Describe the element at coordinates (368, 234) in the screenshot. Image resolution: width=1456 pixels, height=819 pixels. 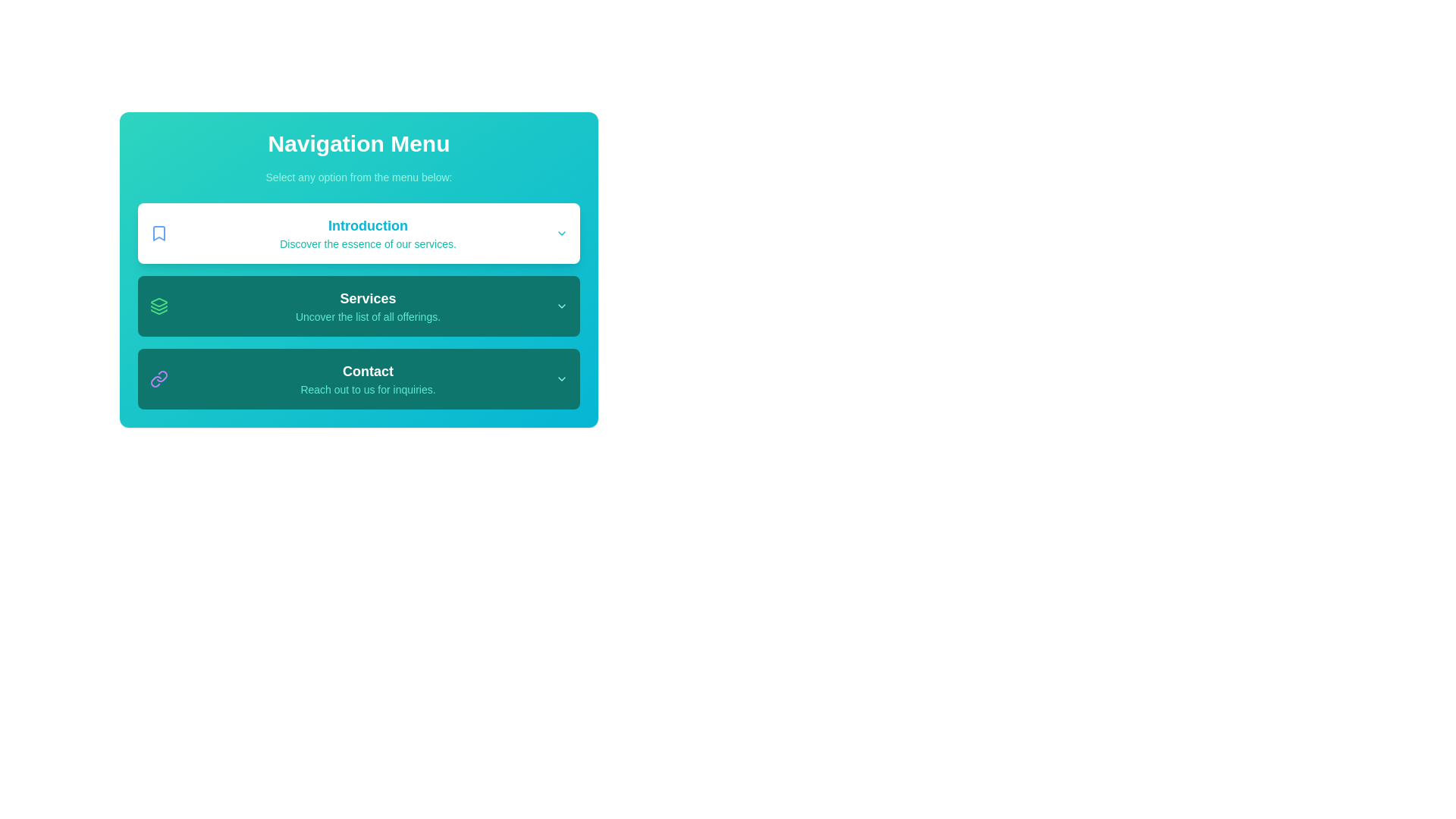
I see `the 'Introduction' hyperlink within the navigation menu` at that location.